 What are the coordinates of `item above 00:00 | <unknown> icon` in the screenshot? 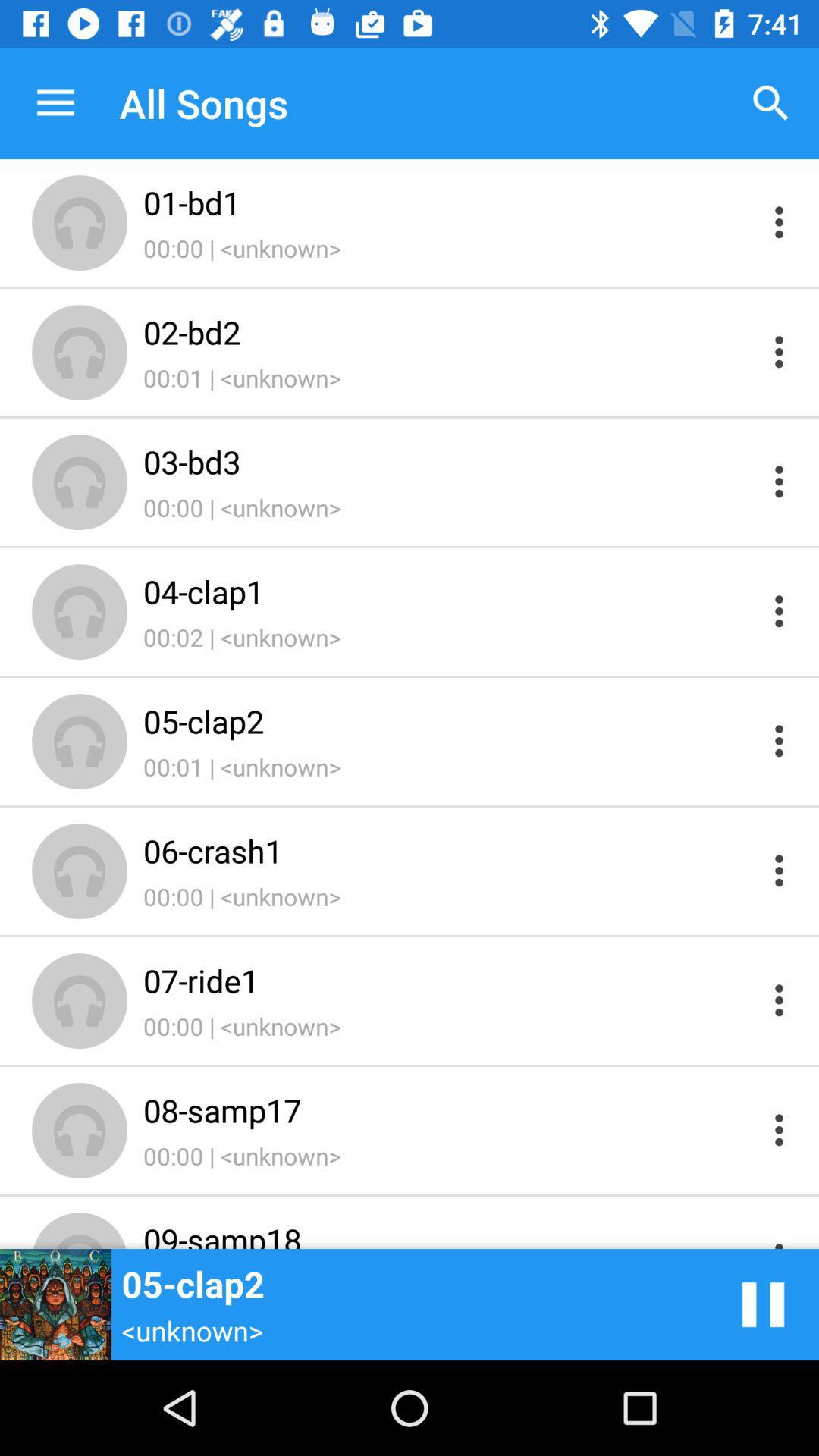 It's located at (448, 980).